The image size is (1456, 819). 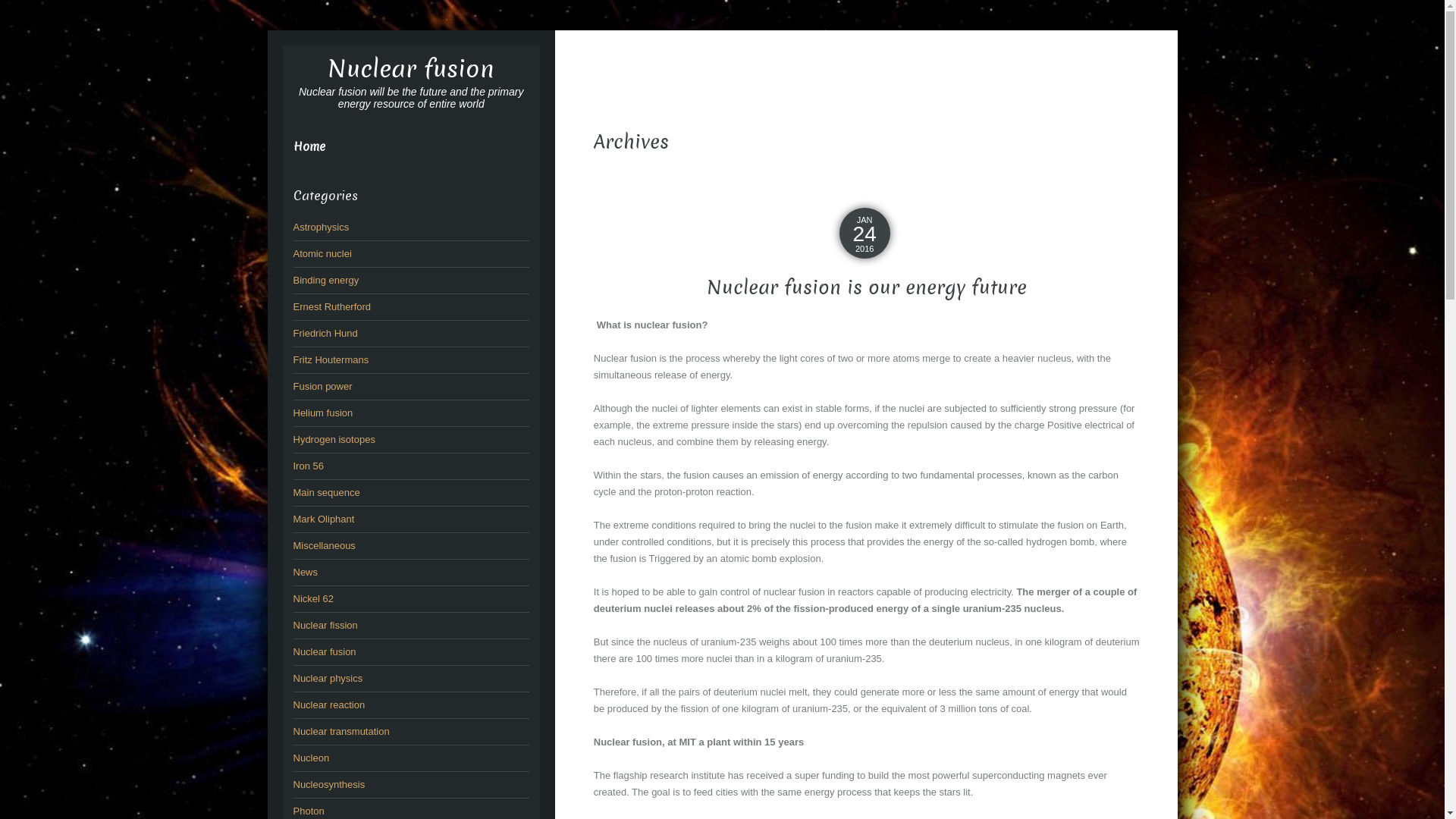 I want to click on 'Fritz Houtermans', so click(x=330, y=359).